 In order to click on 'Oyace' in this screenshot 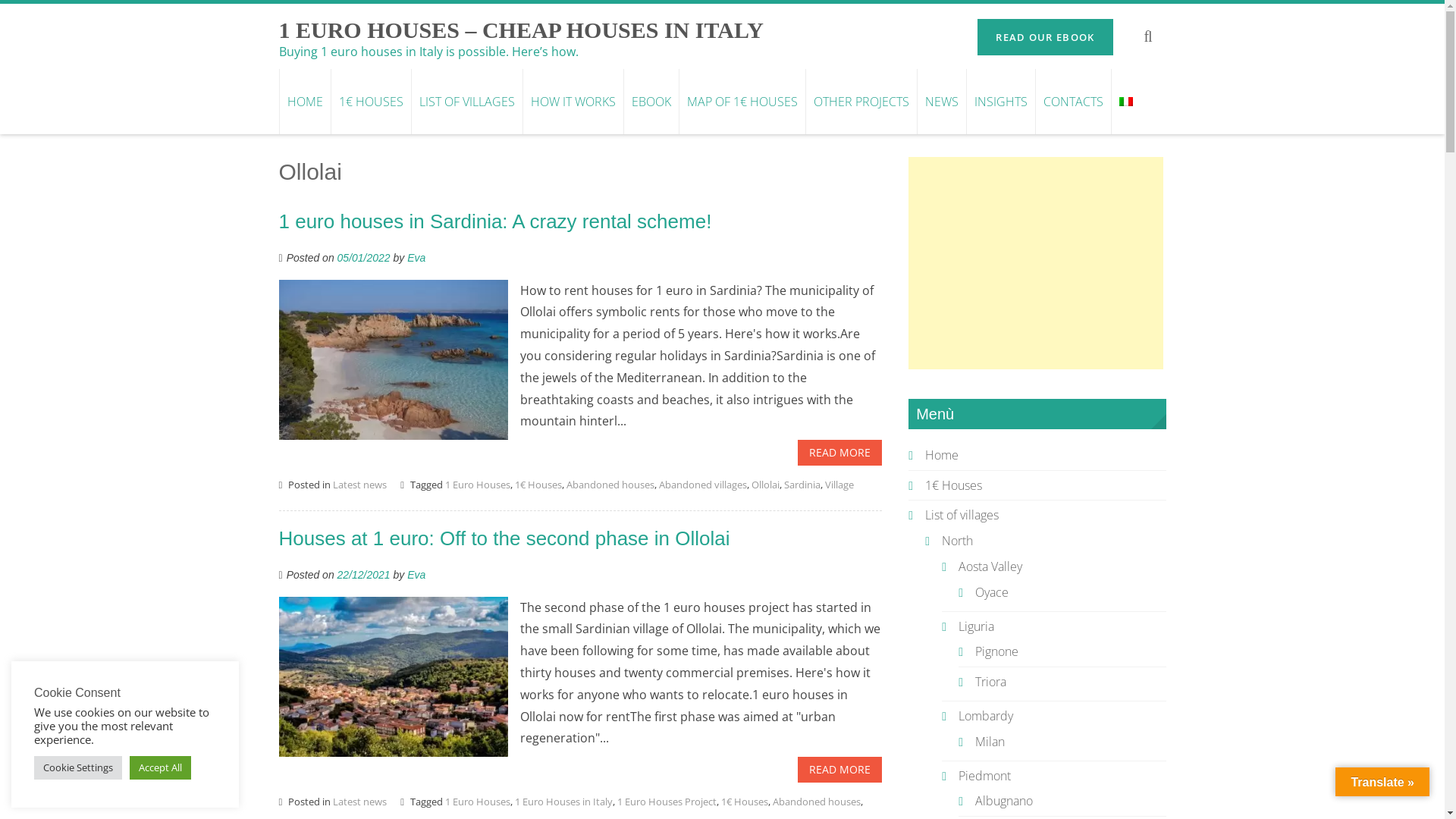, I will do `click(992, 591)`.